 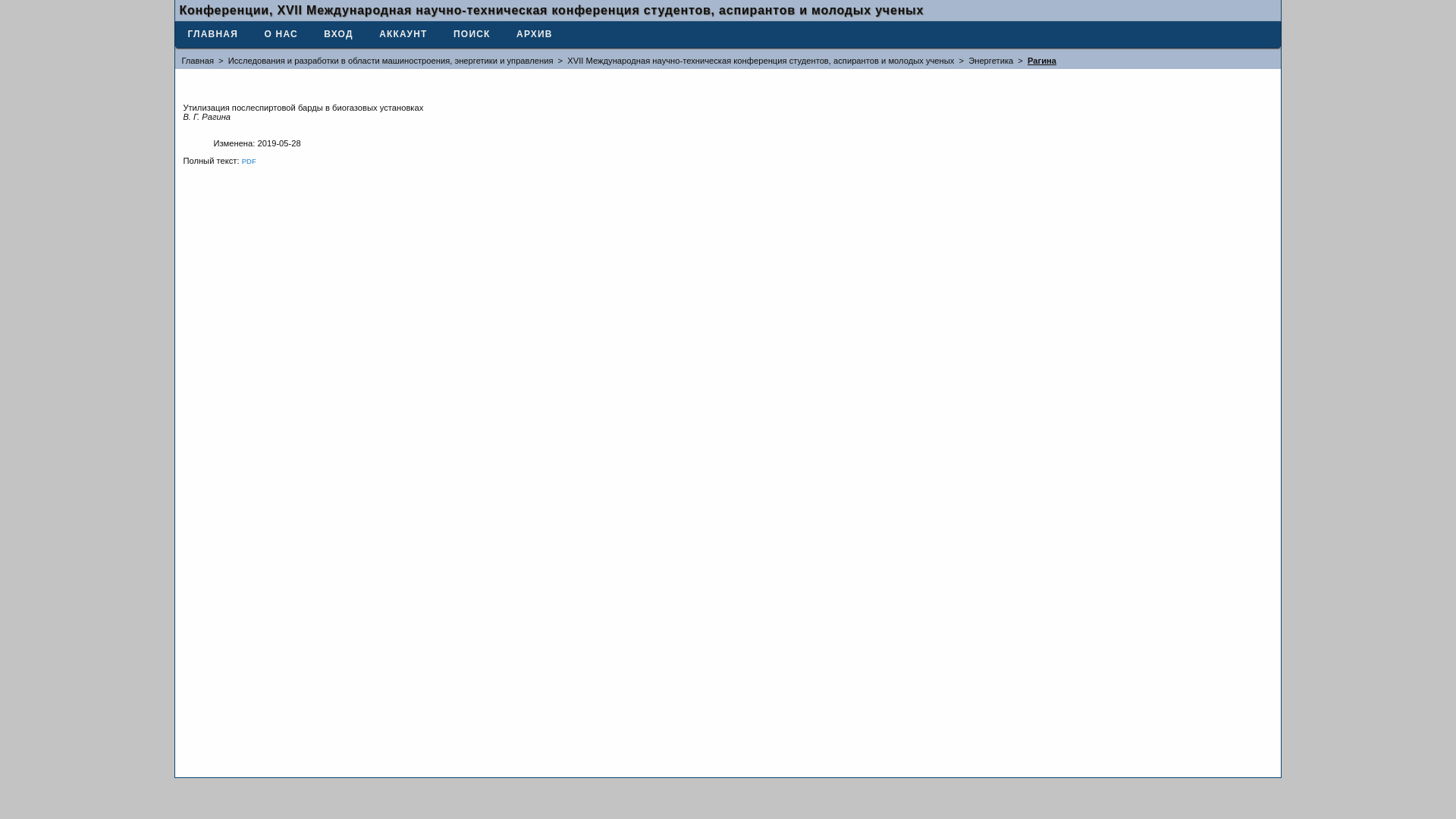 What do you see at coordinates (249, 161) in the screenshot?
I see `'PDF'` at bounding box center [249, 161].